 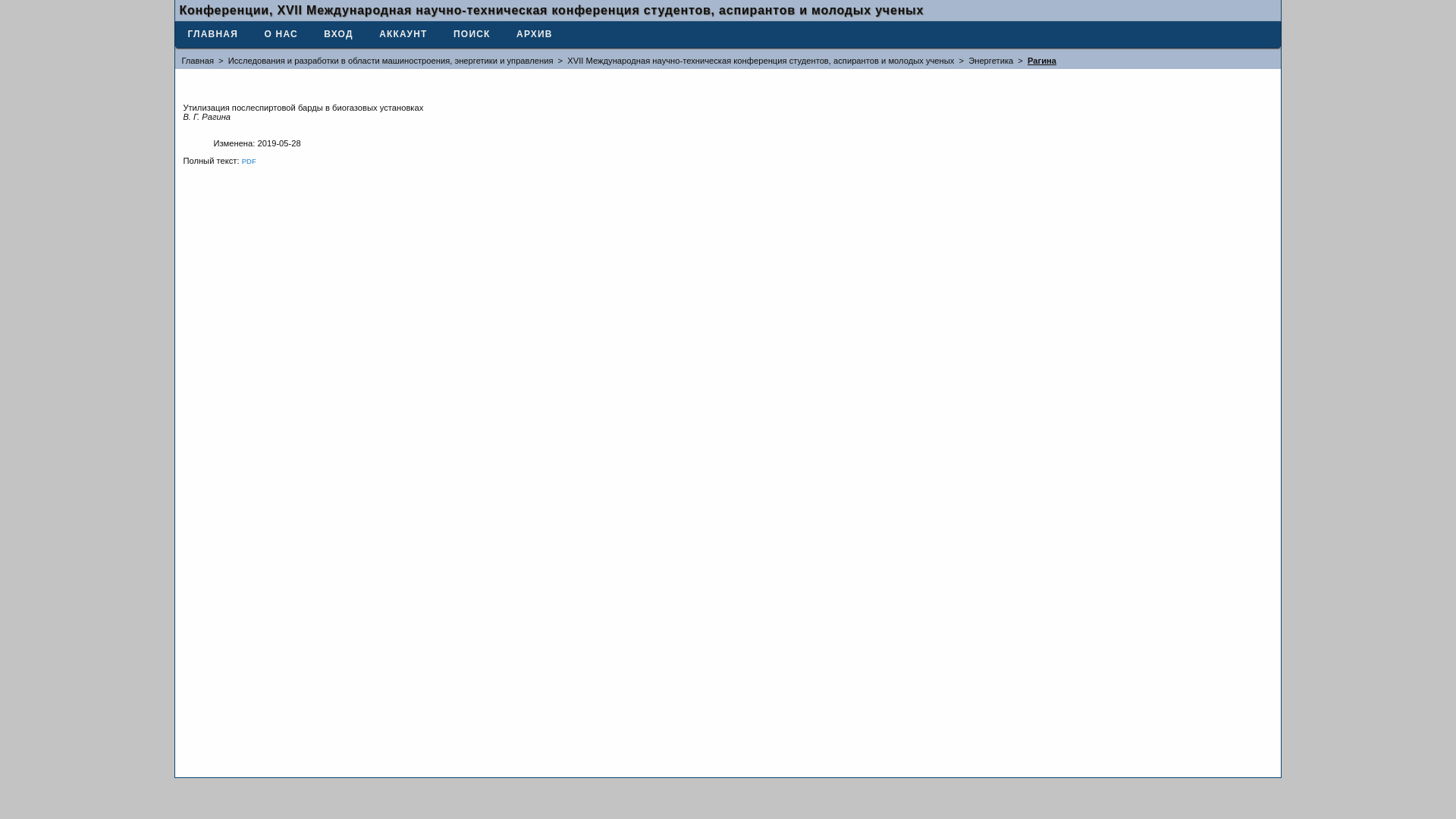 What do you see at coordinates (249, 161) in the screenshot?
I see `'PDF'` at bounding box center [249, 161].